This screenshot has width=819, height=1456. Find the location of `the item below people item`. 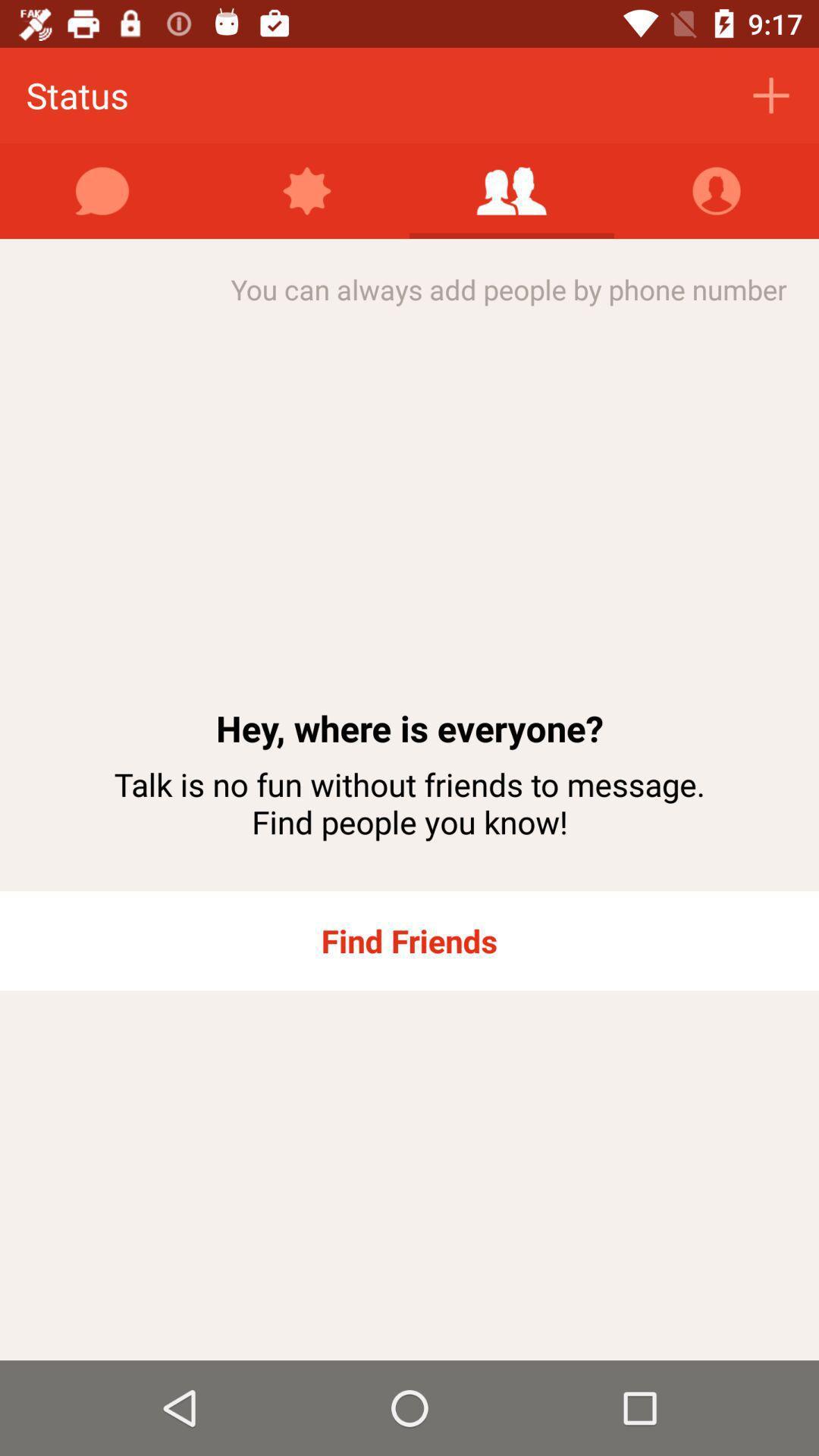

the item below people item is located at coordinates (102, 190).